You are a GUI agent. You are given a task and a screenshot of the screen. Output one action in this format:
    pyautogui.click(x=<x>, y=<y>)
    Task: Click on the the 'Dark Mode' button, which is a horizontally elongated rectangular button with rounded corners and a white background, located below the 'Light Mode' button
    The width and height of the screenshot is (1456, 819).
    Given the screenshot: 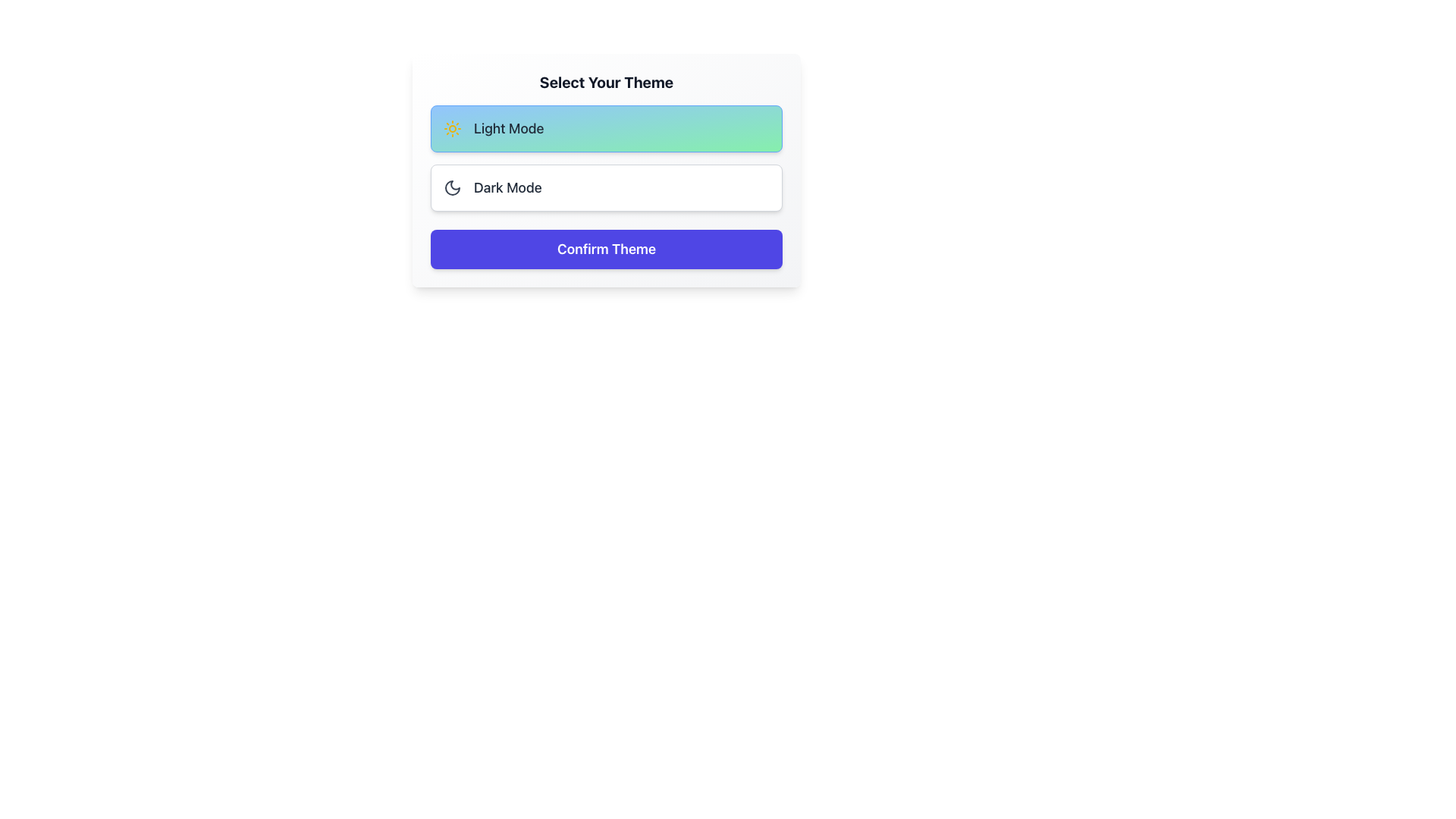 What is the action you would take?
    pyautogui.click(x=607, y=187)
    